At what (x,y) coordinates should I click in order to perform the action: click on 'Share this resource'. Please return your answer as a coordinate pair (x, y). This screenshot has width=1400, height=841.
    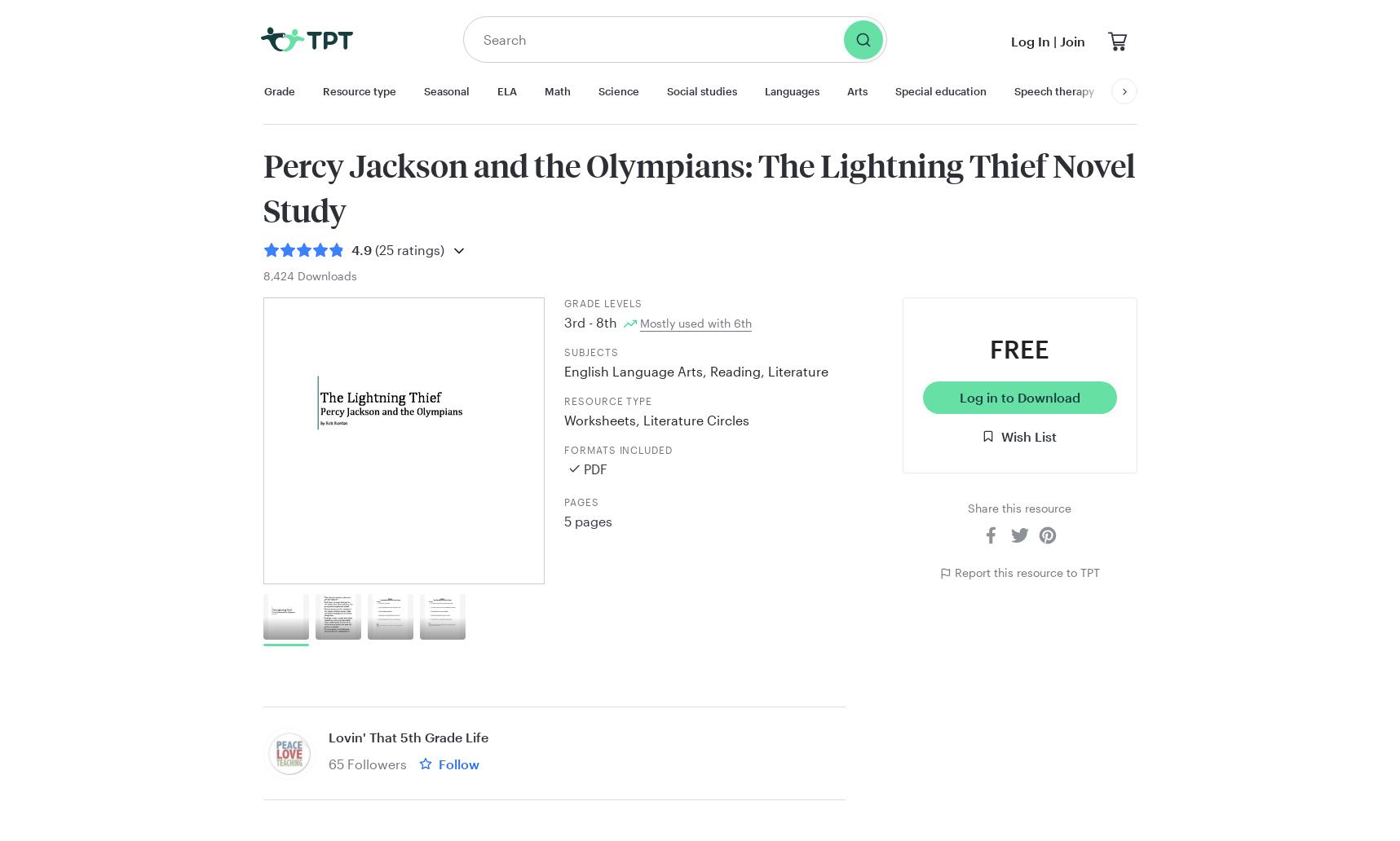
    Looking at the image, I should click on (966, 507).